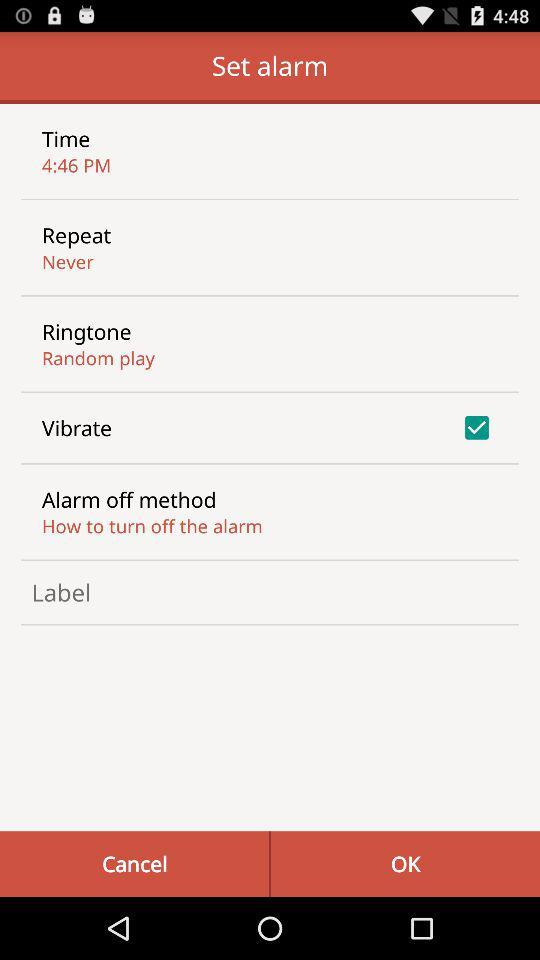 The height and width of the screenshot is (960, 540). Describe the element at coordinates (75, 164) in the screenshot. I see `4:46 pm item` at that location.